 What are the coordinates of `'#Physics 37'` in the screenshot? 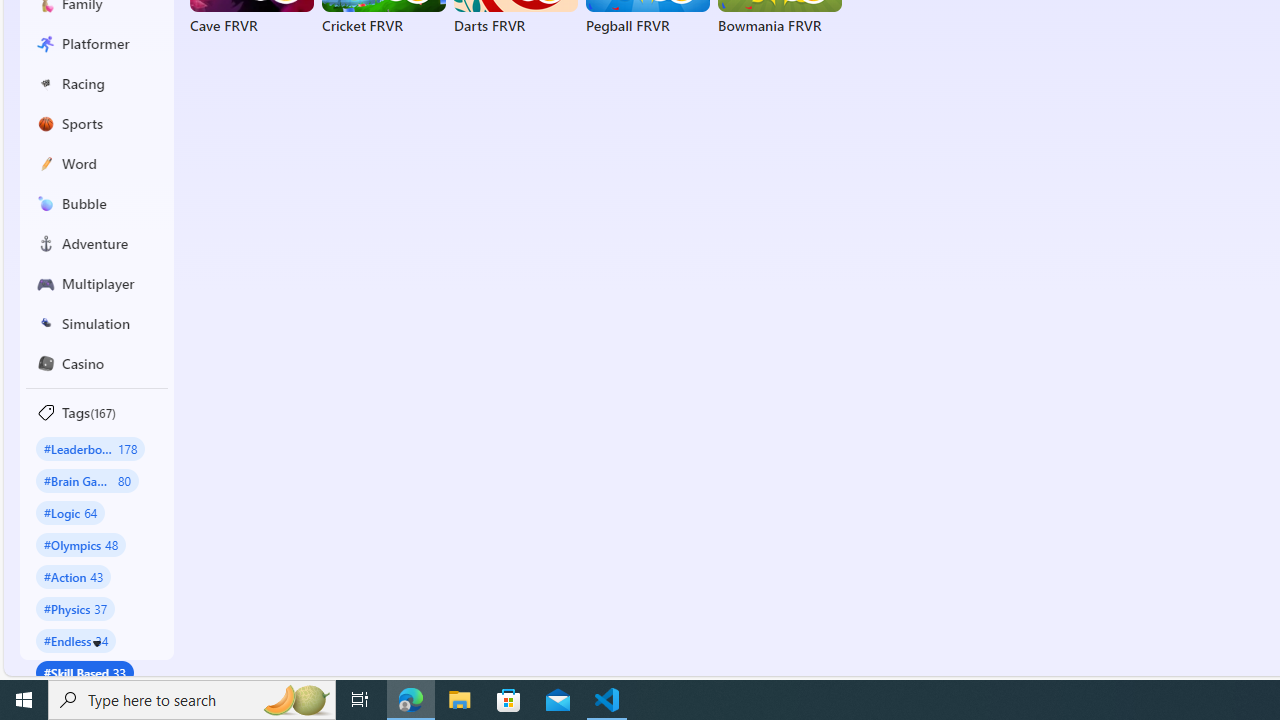 It's located at (76, 607).